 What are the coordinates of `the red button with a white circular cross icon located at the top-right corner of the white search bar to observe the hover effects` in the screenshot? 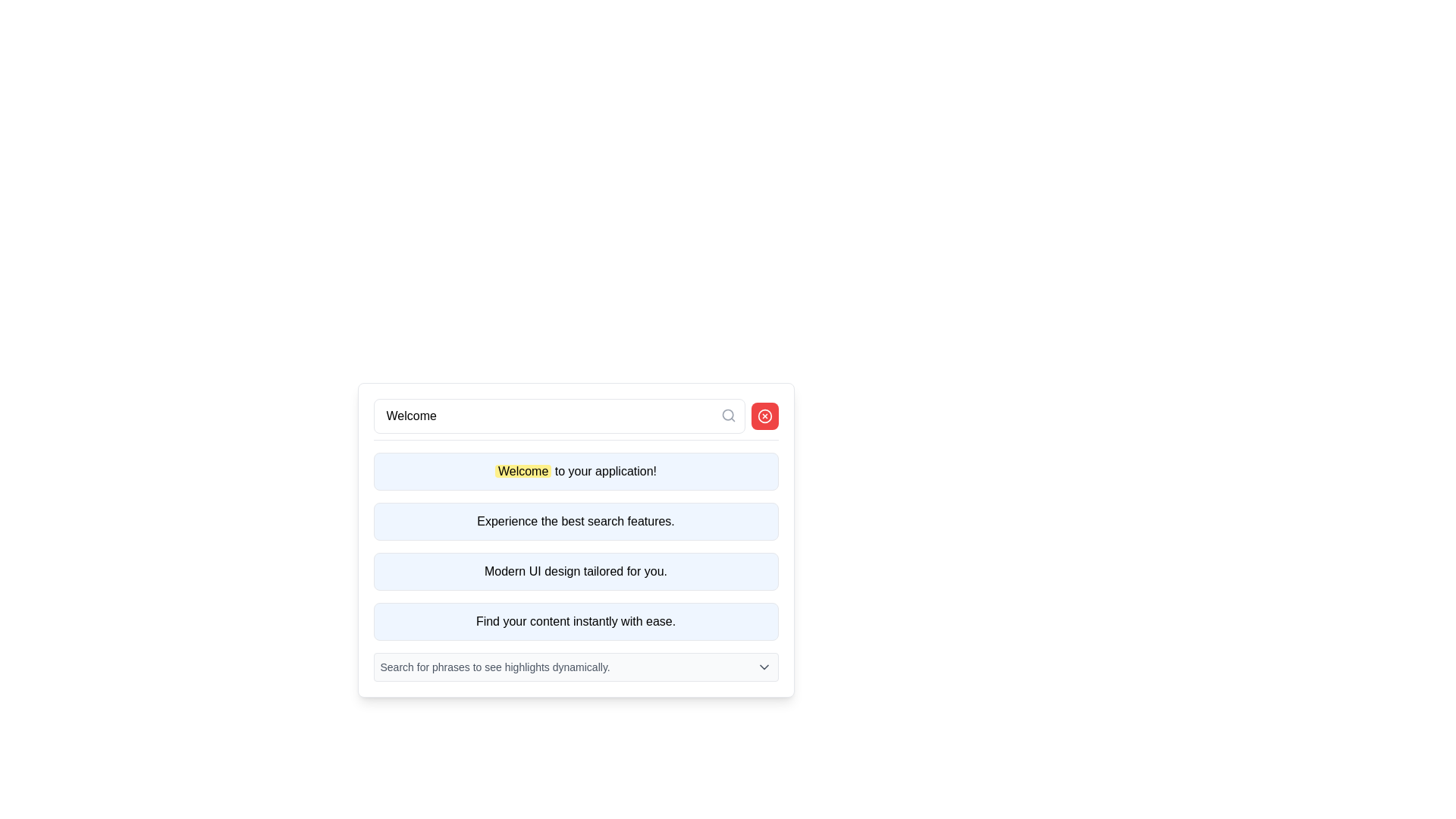 It's located at (764, 416).